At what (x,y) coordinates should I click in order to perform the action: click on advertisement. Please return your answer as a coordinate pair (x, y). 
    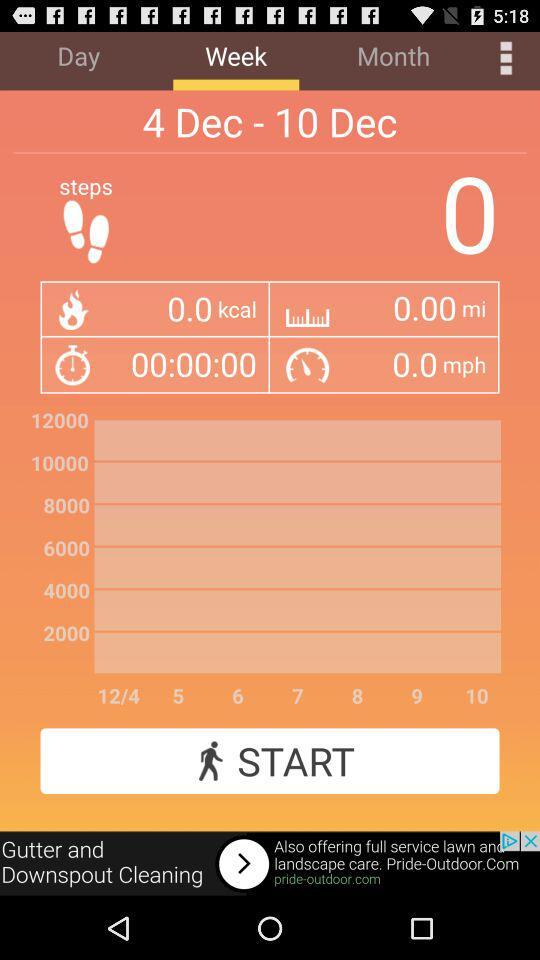
    Looking at the image, I should click on (270, 863).